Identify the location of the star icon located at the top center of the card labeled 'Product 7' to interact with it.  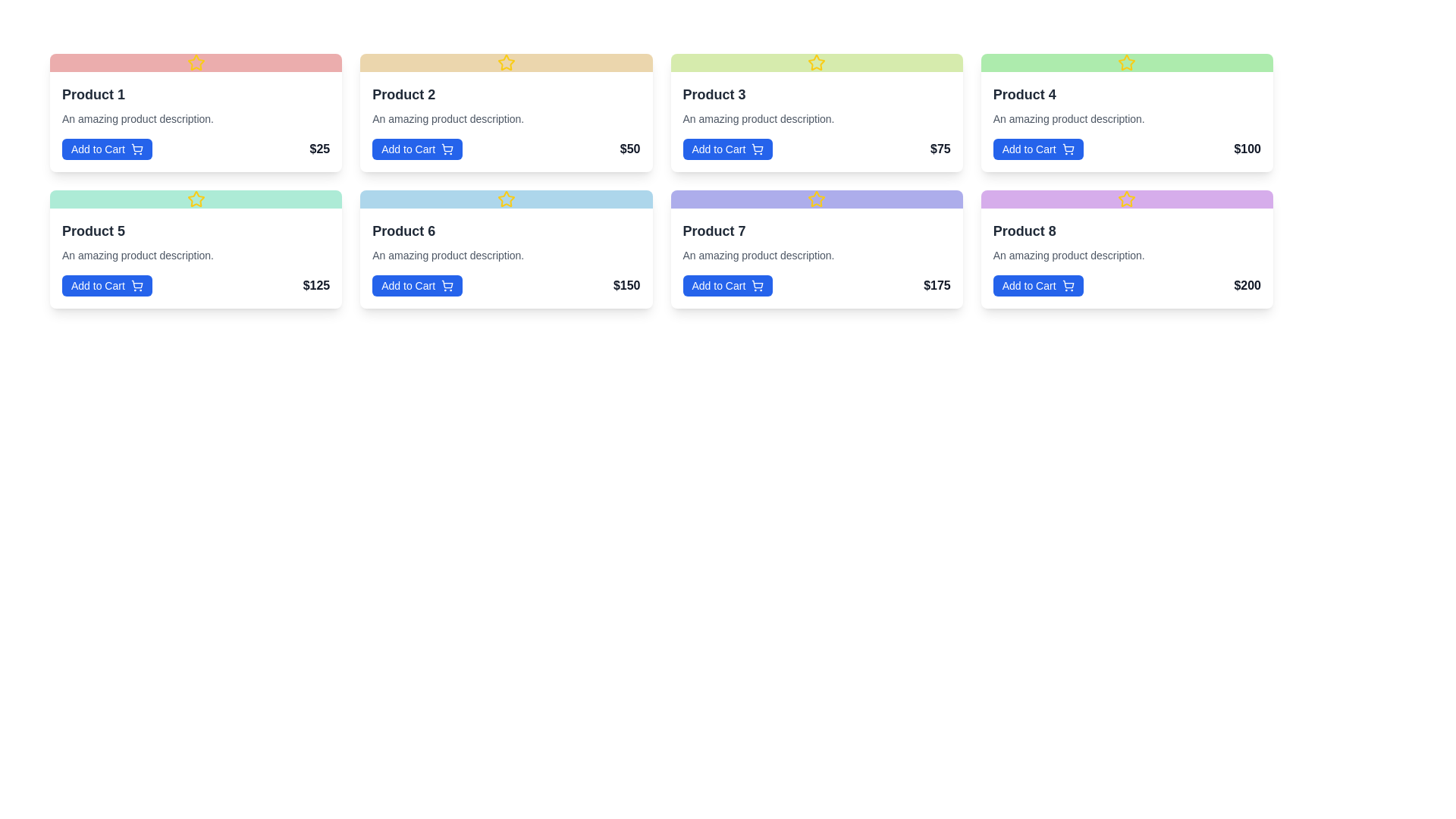
(816, 198).